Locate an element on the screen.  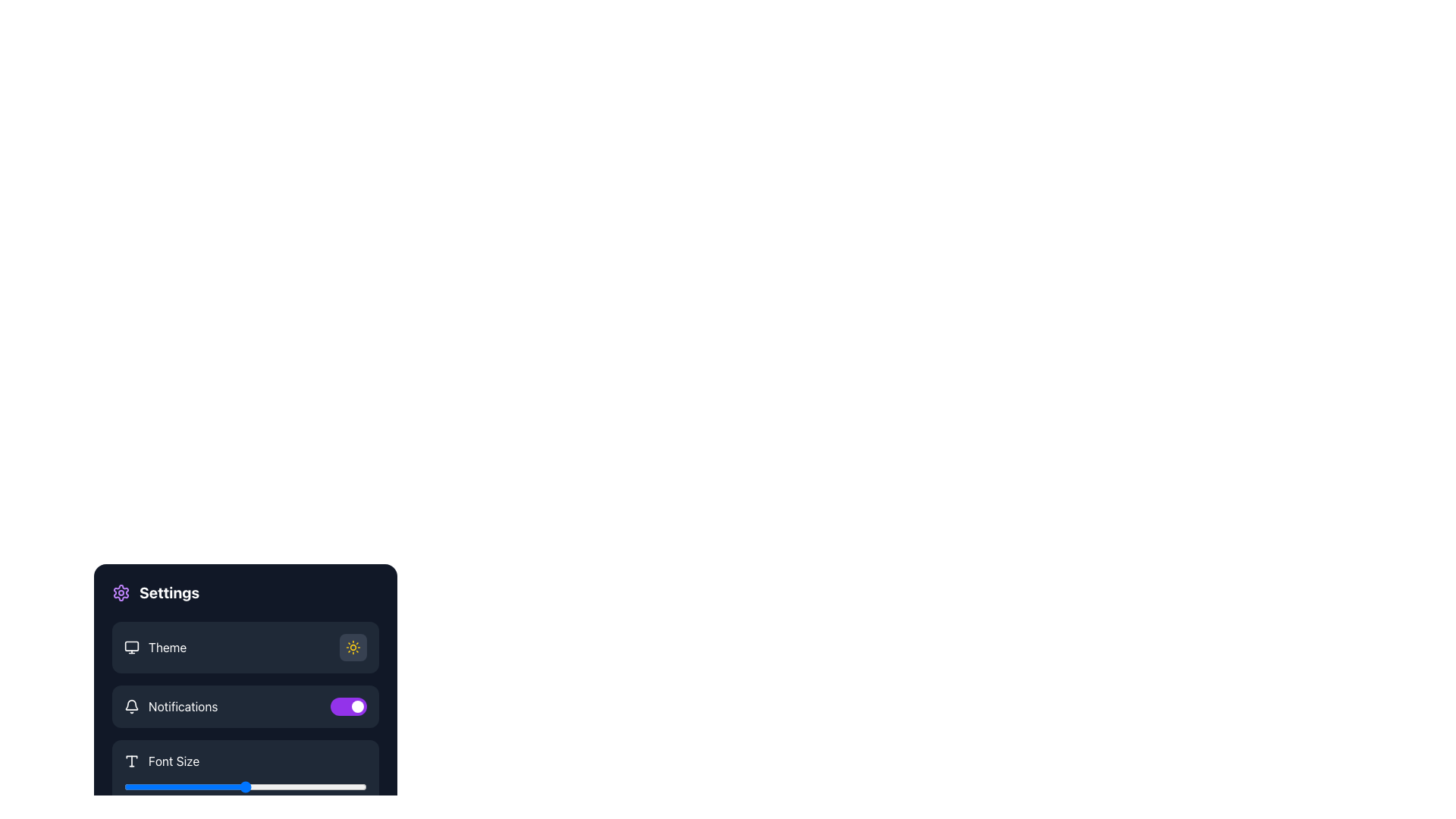
the font size is located at coordinates (347, 786).